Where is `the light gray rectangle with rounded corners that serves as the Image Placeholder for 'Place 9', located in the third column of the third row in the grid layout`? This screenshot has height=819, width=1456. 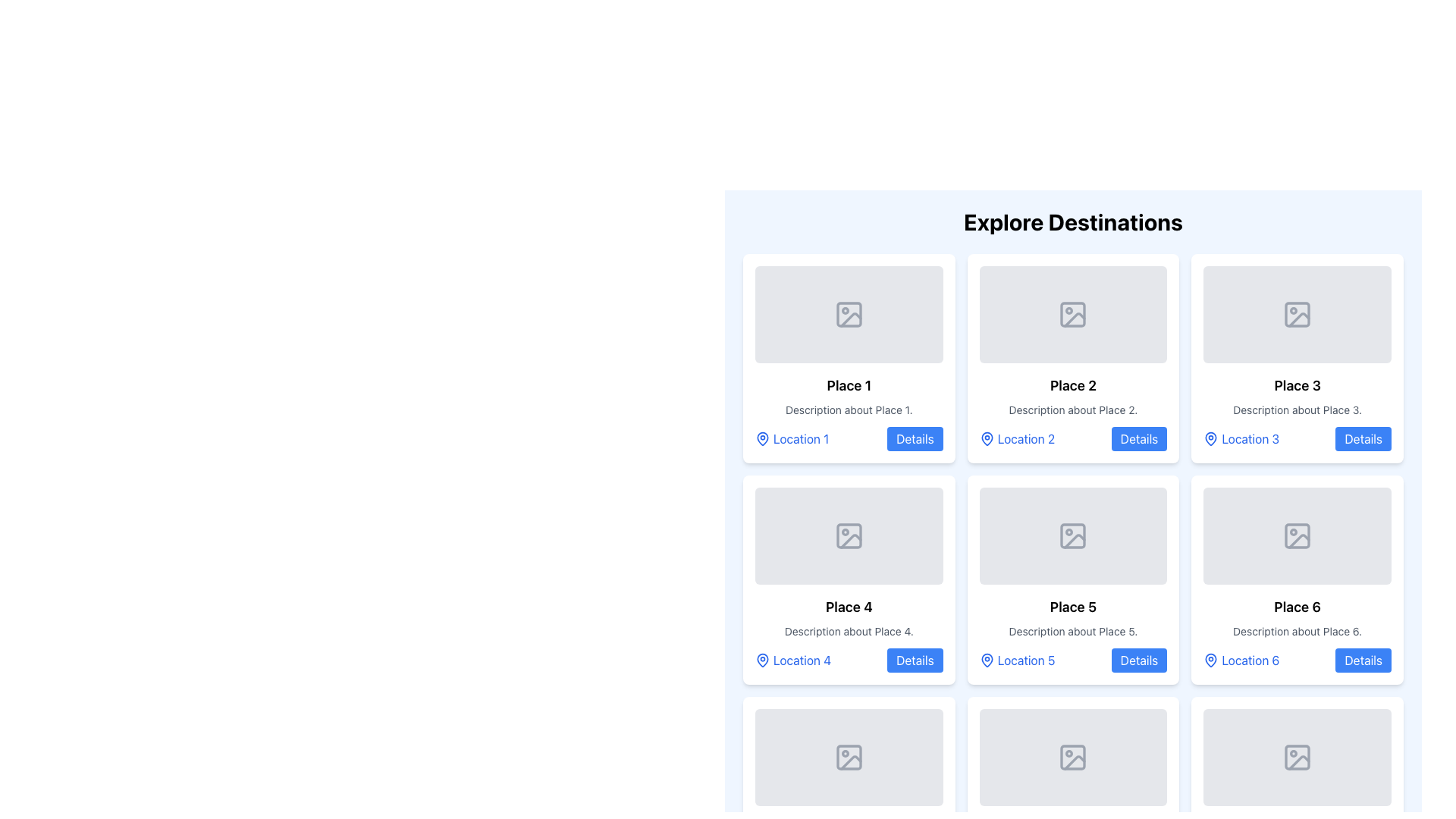 the light gray rectangle with rounded corners that serves as the Image Placeholder for 'Place 9', located in the third column of the third row in the grid layout is located at coordinates (1297, 758).